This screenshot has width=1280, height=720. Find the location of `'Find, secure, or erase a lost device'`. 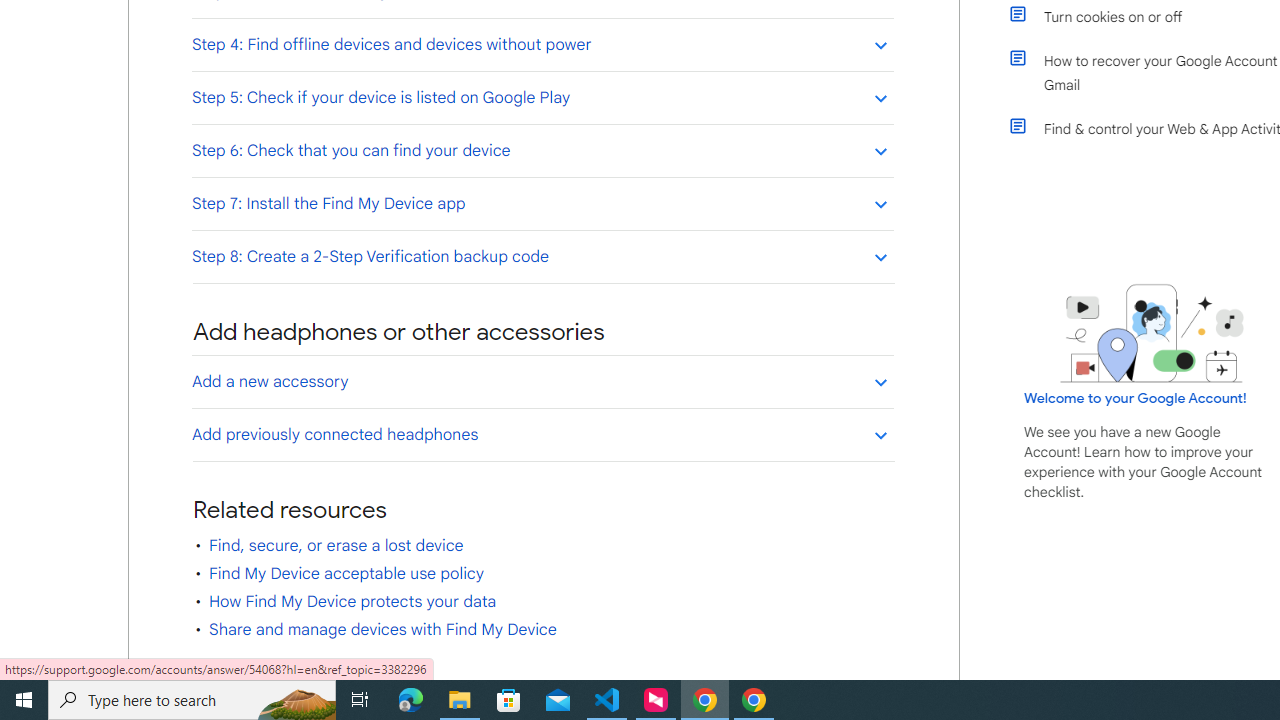

'Find, secure, or erase a lost device' is located at coordinates (336, 545).